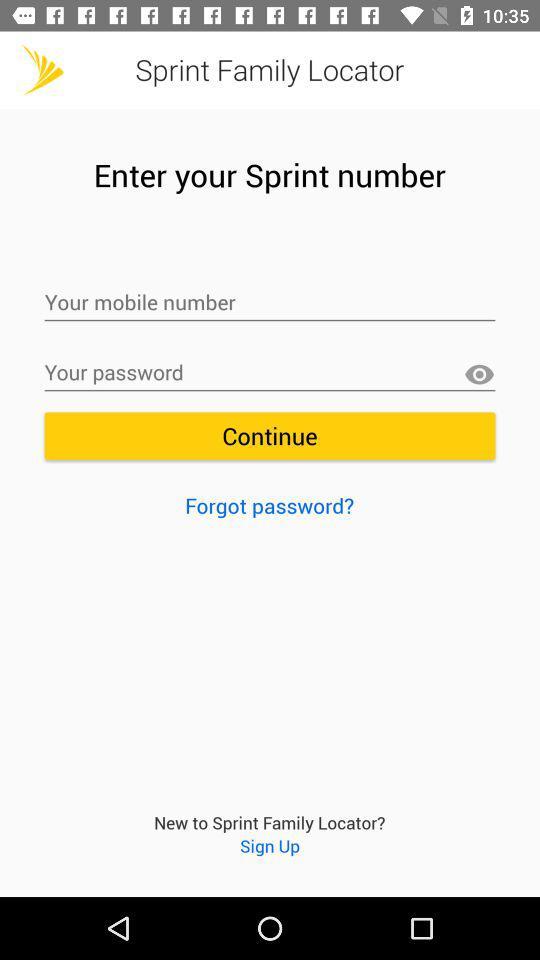  I want to click on item below the continue item, so click(269, 504).